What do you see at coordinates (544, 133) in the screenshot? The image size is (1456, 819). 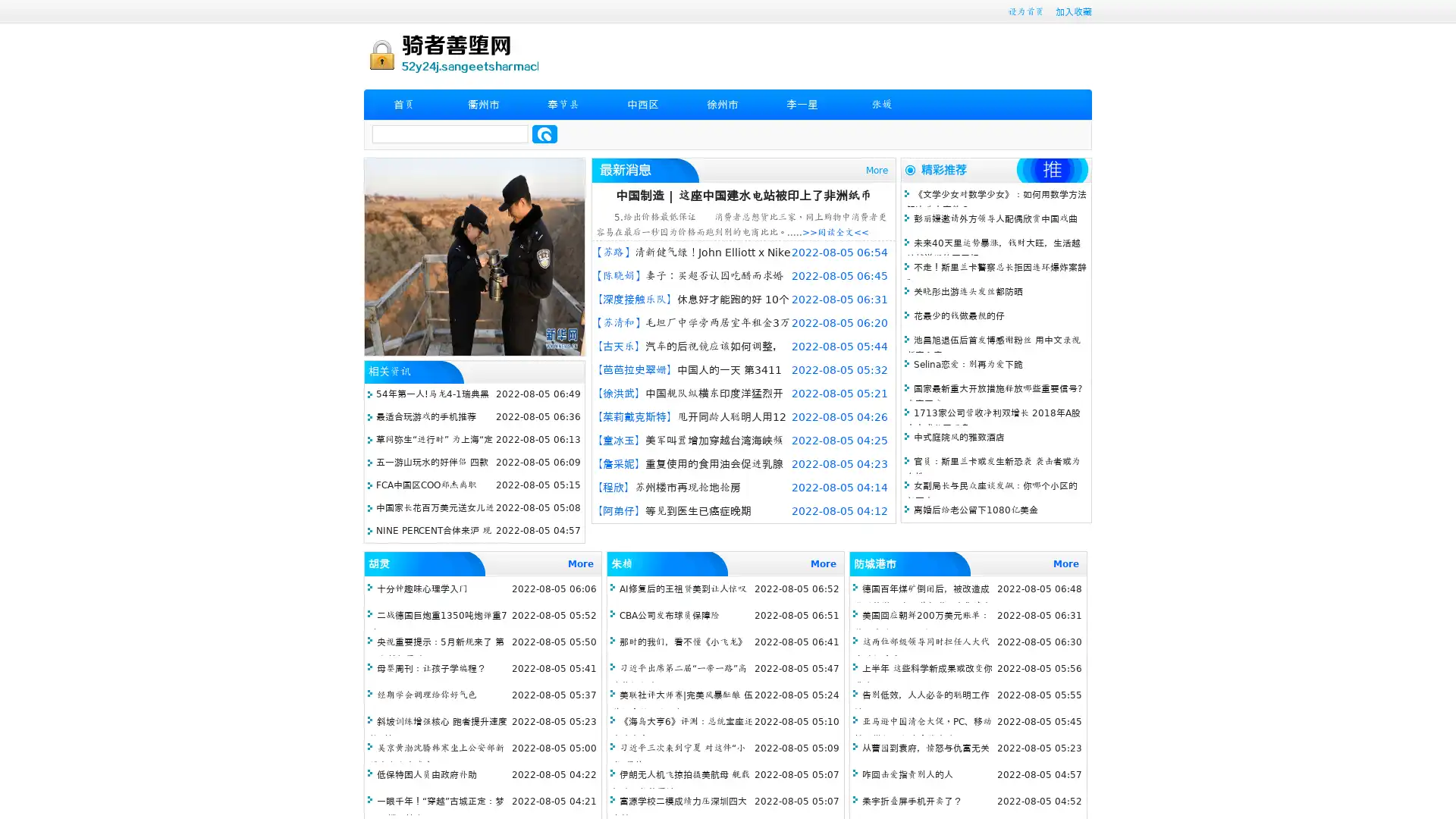 I see `Search` at bounding box center [544, 133].